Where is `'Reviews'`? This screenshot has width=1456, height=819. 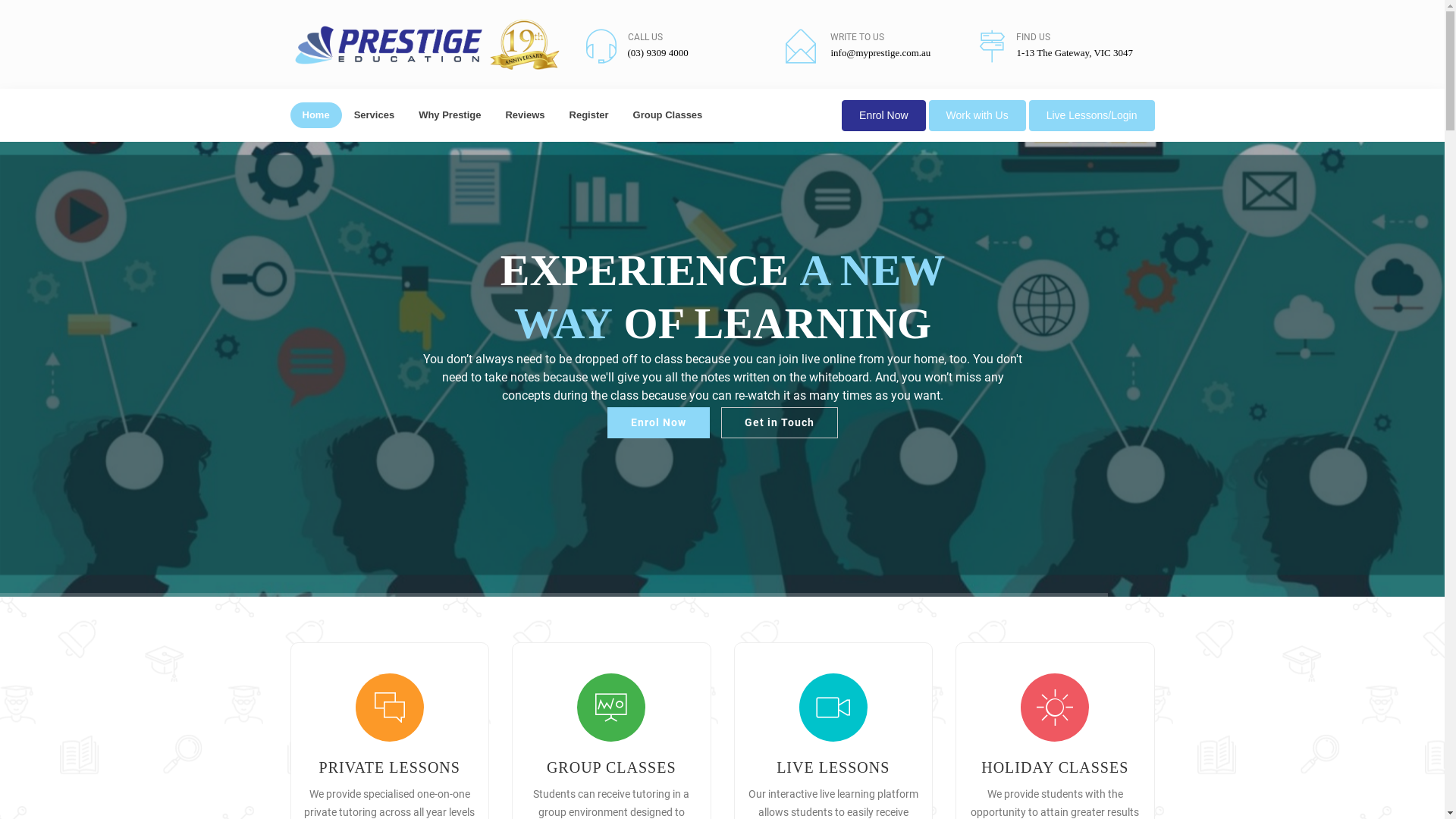
'Reviews' is located at coordinates (492, 114).